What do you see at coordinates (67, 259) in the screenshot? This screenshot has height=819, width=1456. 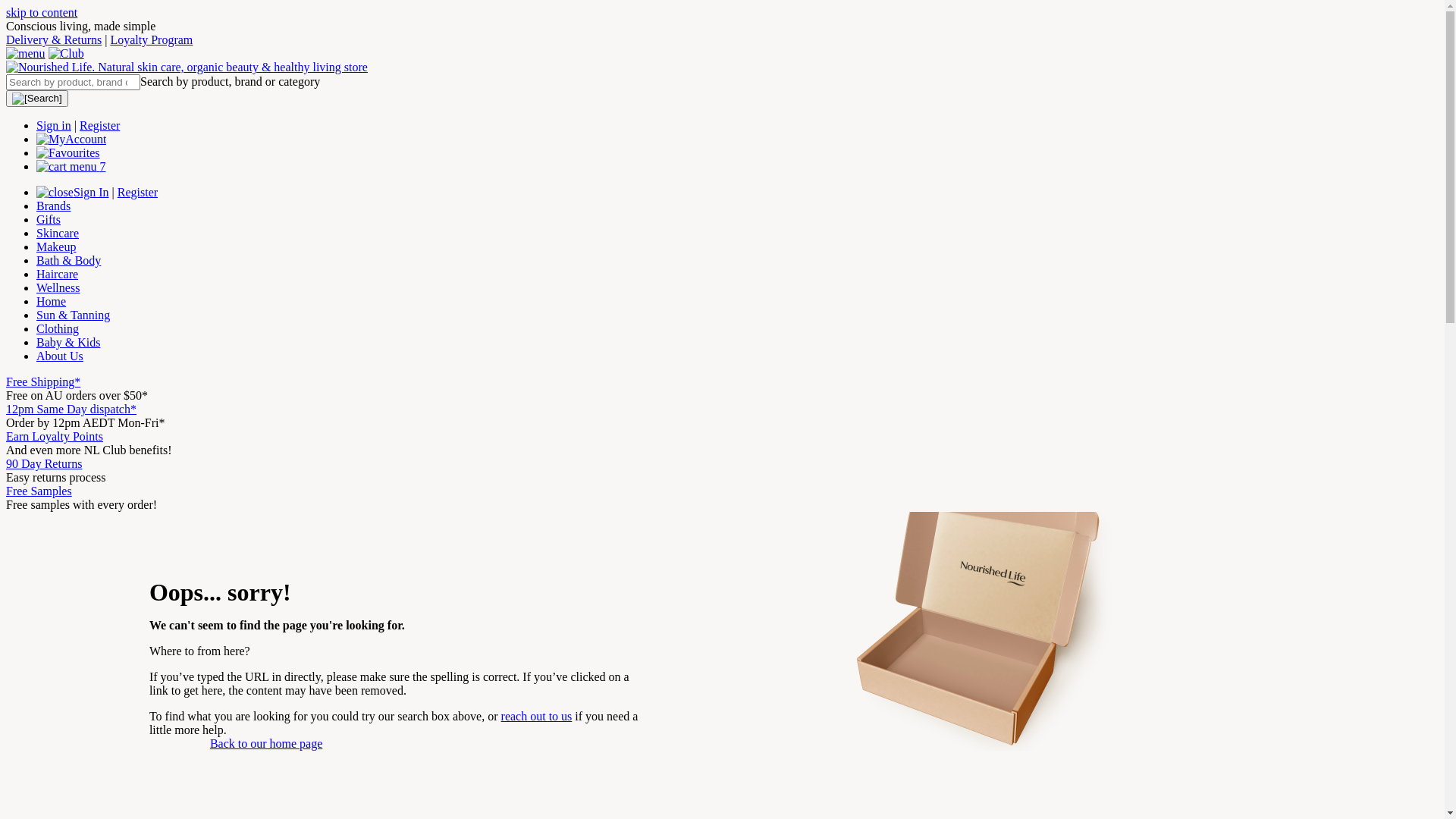 I see `'Bath & Body'` at bounding box center [67, 259].